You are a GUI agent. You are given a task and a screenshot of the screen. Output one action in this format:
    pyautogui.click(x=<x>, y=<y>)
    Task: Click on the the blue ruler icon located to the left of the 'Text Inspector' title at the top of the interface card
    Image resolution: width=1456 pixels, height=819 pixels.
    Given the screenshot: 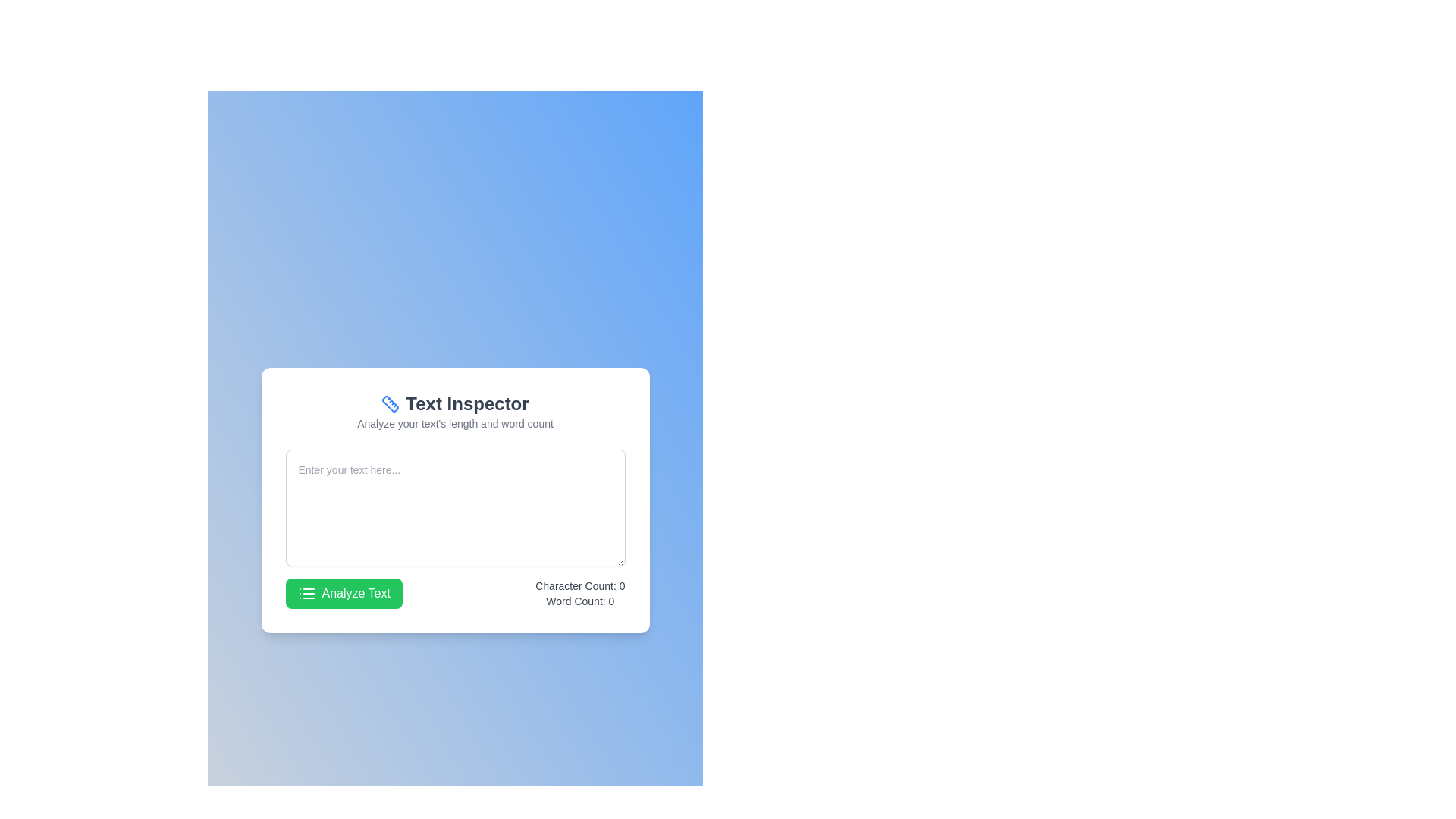 What is the action you would take?
    pyautogui.click(x=391, y=403)
    